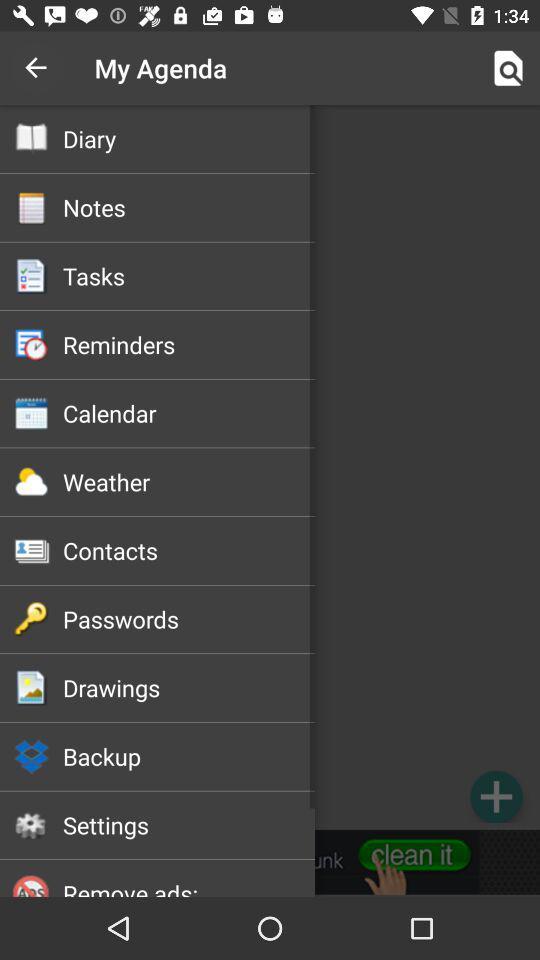  Describe the element at coordinates (189, 275) in the screenshot. I see `item below the notes` at that location.